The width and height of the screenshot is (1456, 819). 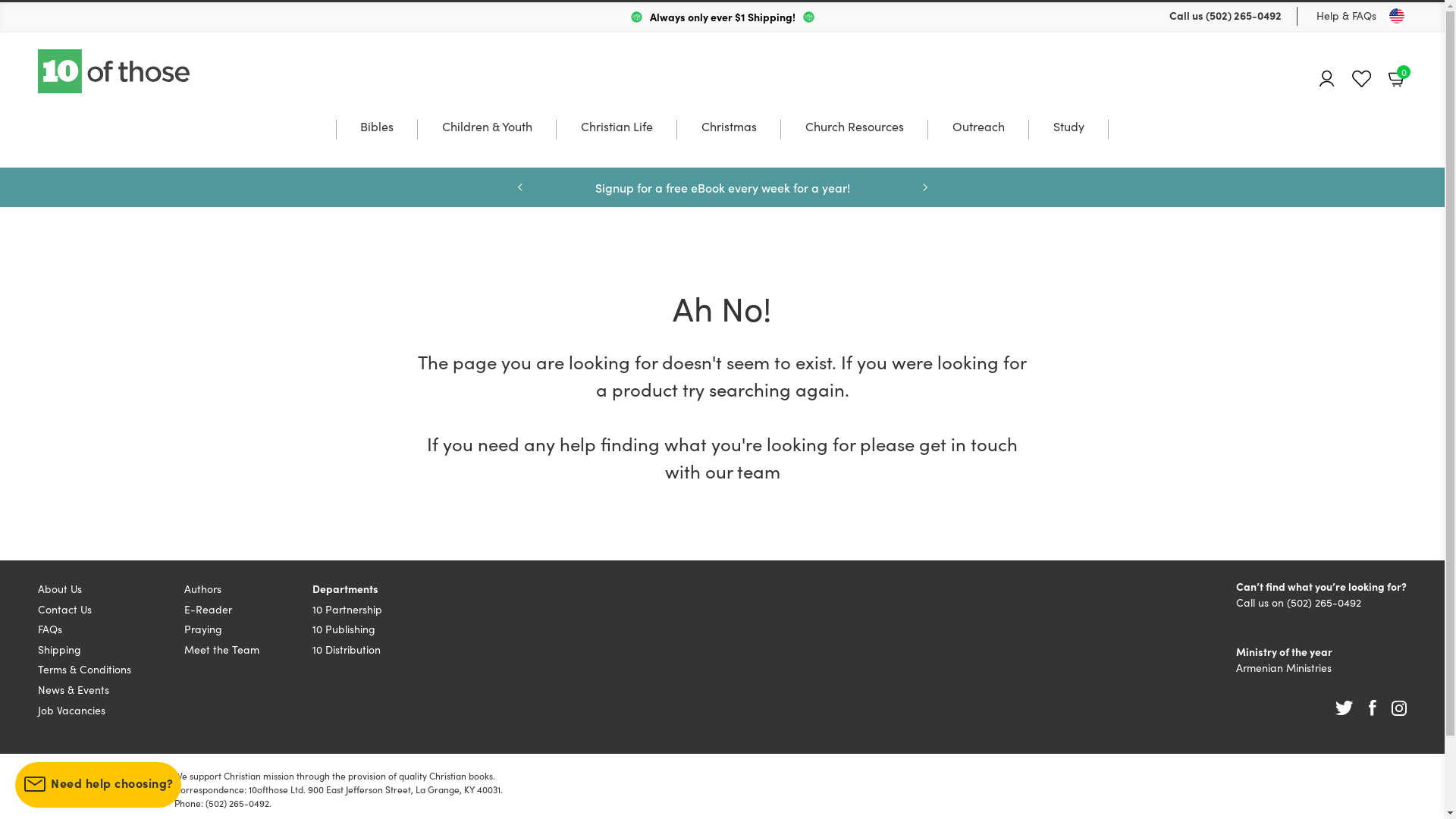 What do you see at coordinates (59, 587) in the screenshot?
I see `'About Us'` at bounding box center [59, 587].